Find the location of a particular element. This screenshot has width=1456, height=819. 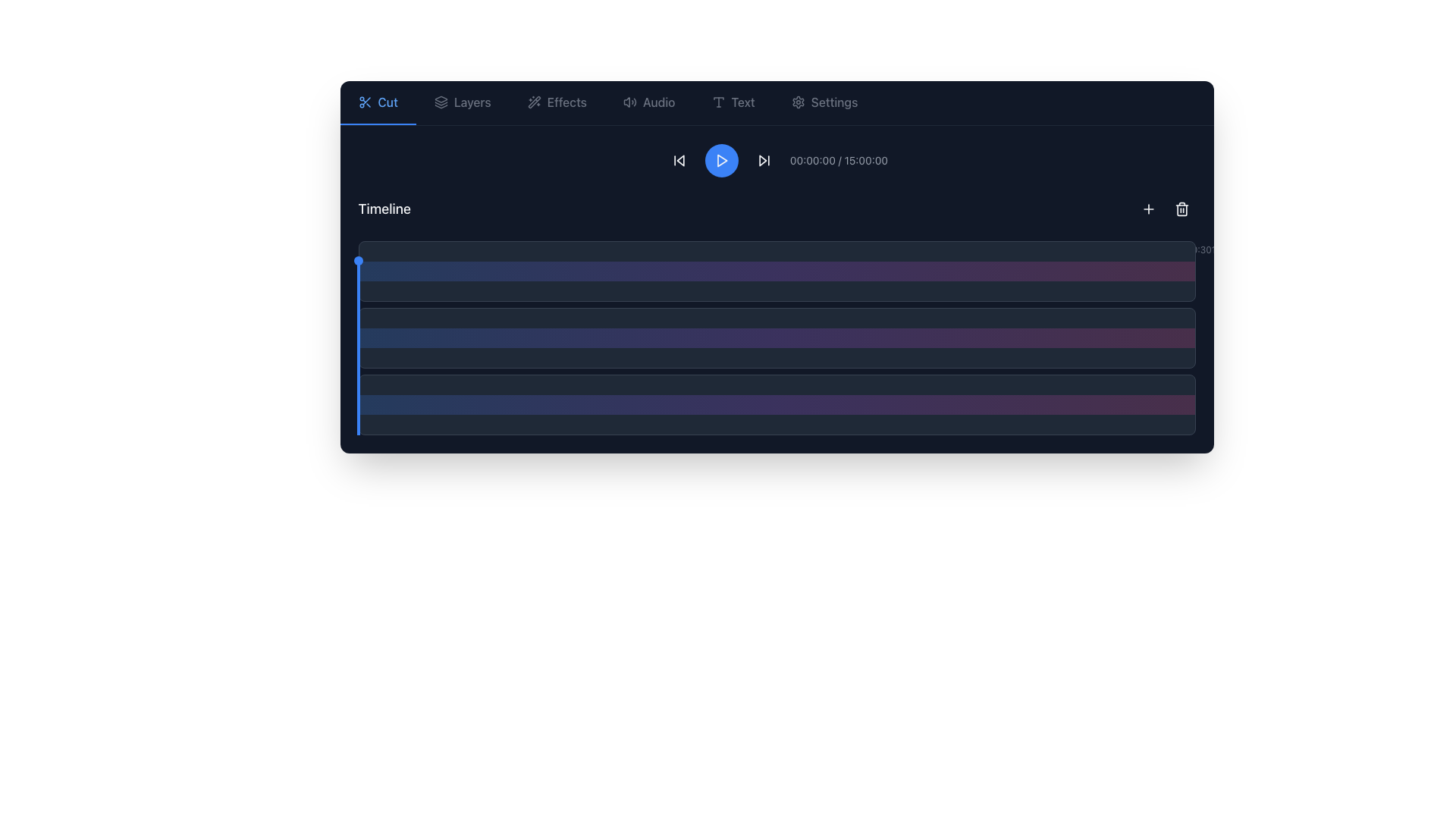

text from the label that is associated with the scissors icon in the tool selection interface is located at coordinates (388, 102).